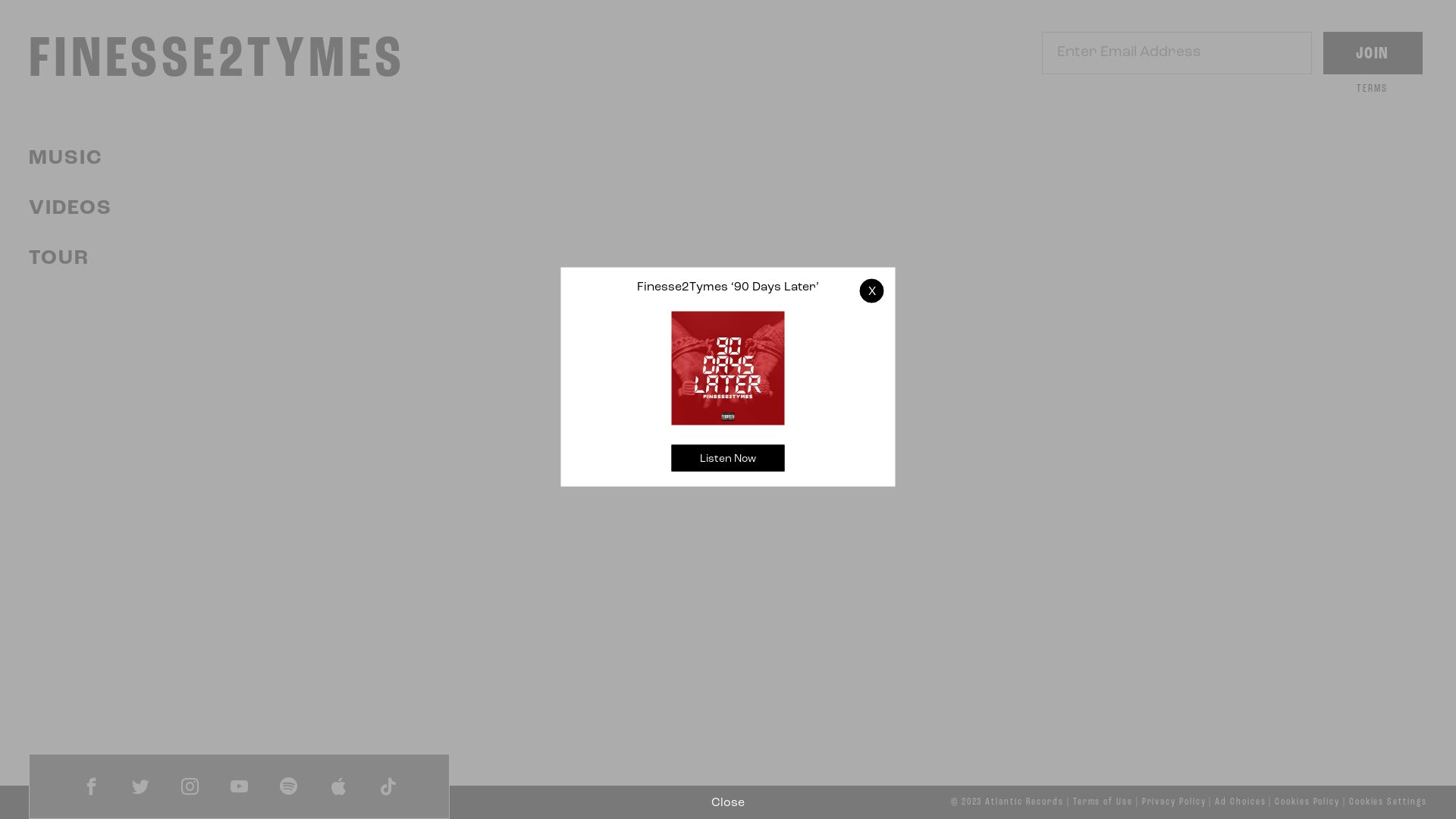 Image resolution: width=1456 pixels, height=819 pixels. I want to click on 'X', so click(872, 290).